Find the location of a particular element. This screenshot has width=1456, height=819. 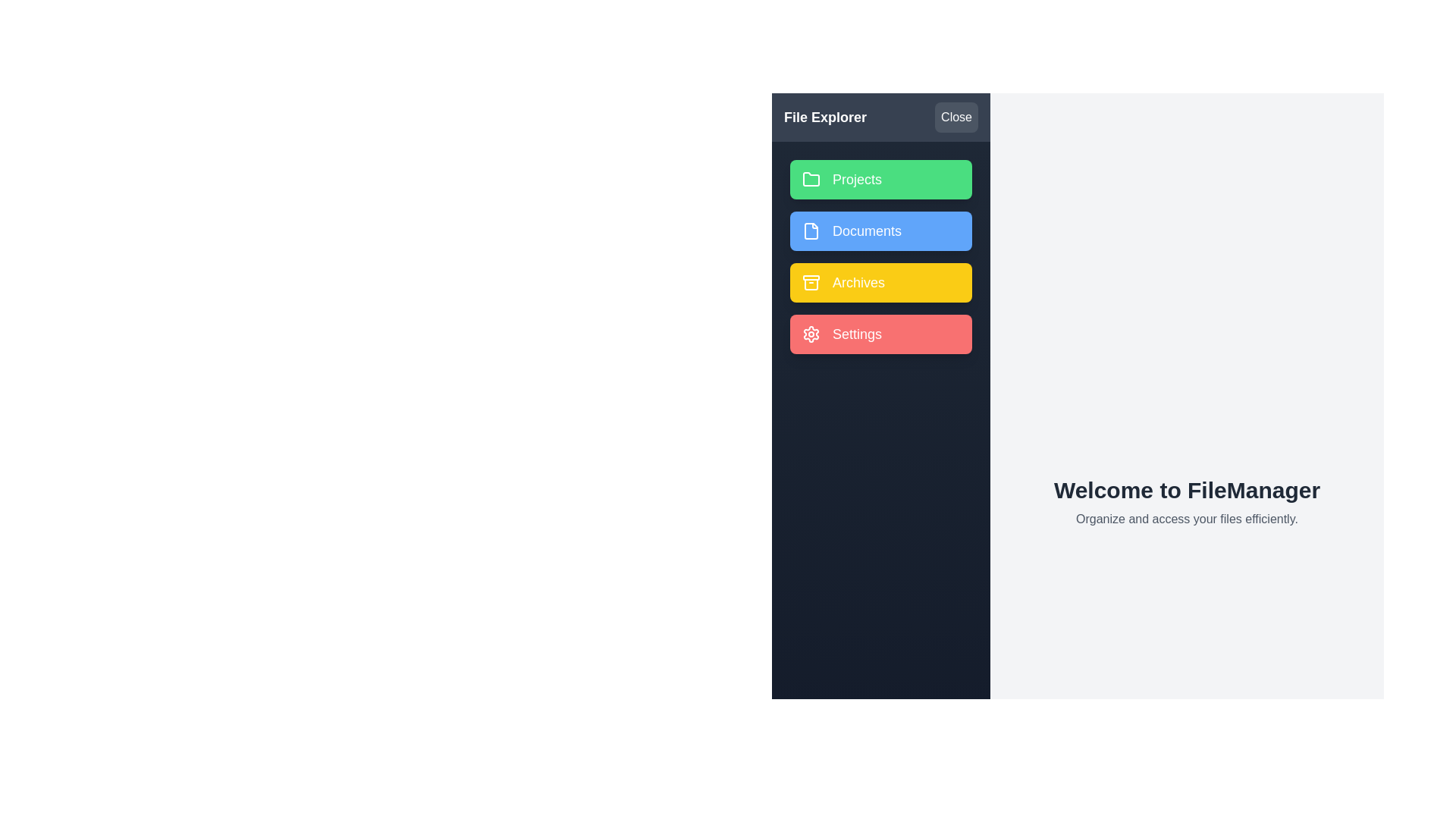

the 'Close' button to close the drawer is located at coordinates (955, 116).